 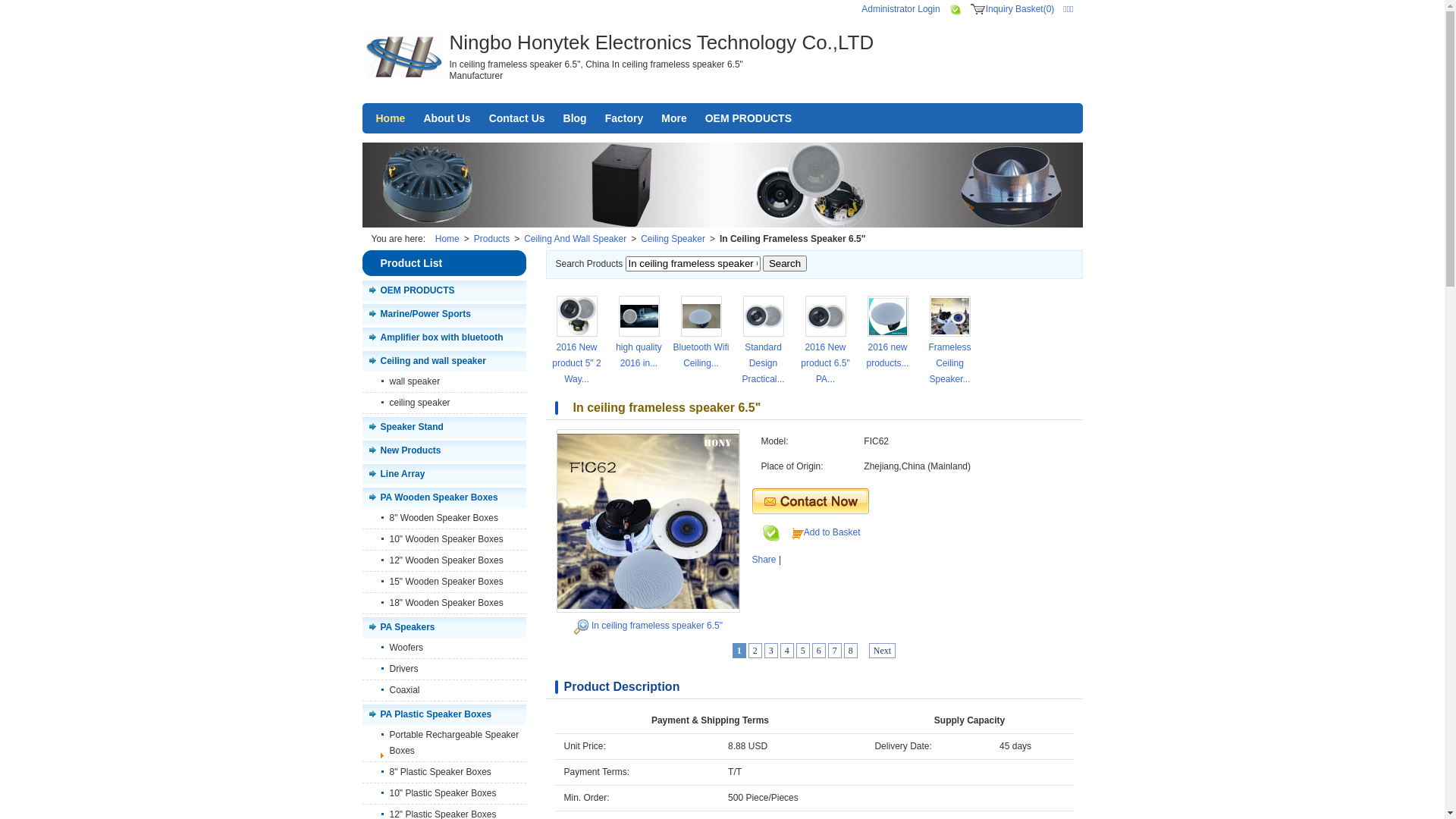 I want to click on 'wall speaker', so click(x=443, y=381).